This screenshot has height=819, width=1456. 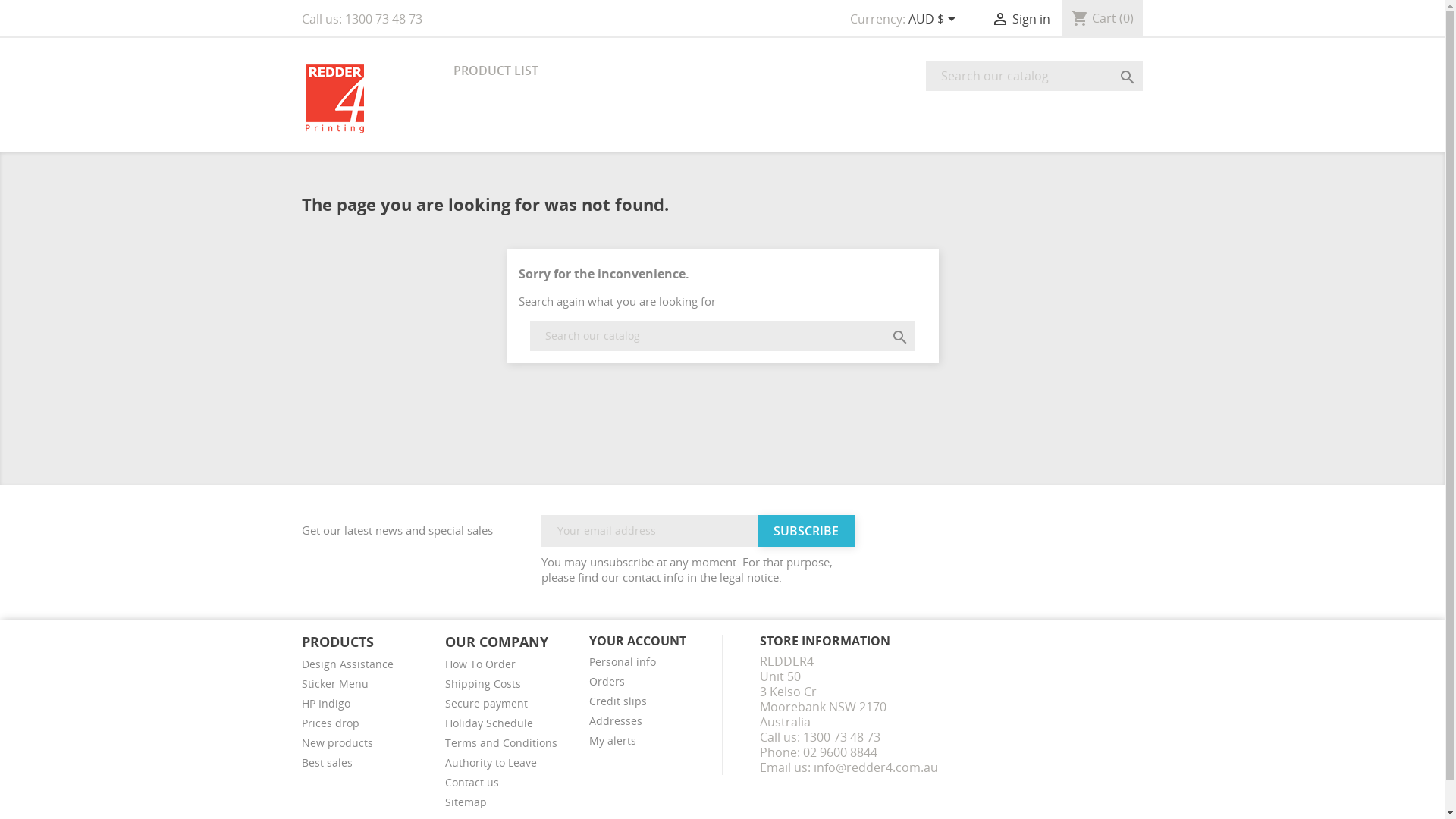 I want to click on 'HP Indigo', so click(x=325, y=703).